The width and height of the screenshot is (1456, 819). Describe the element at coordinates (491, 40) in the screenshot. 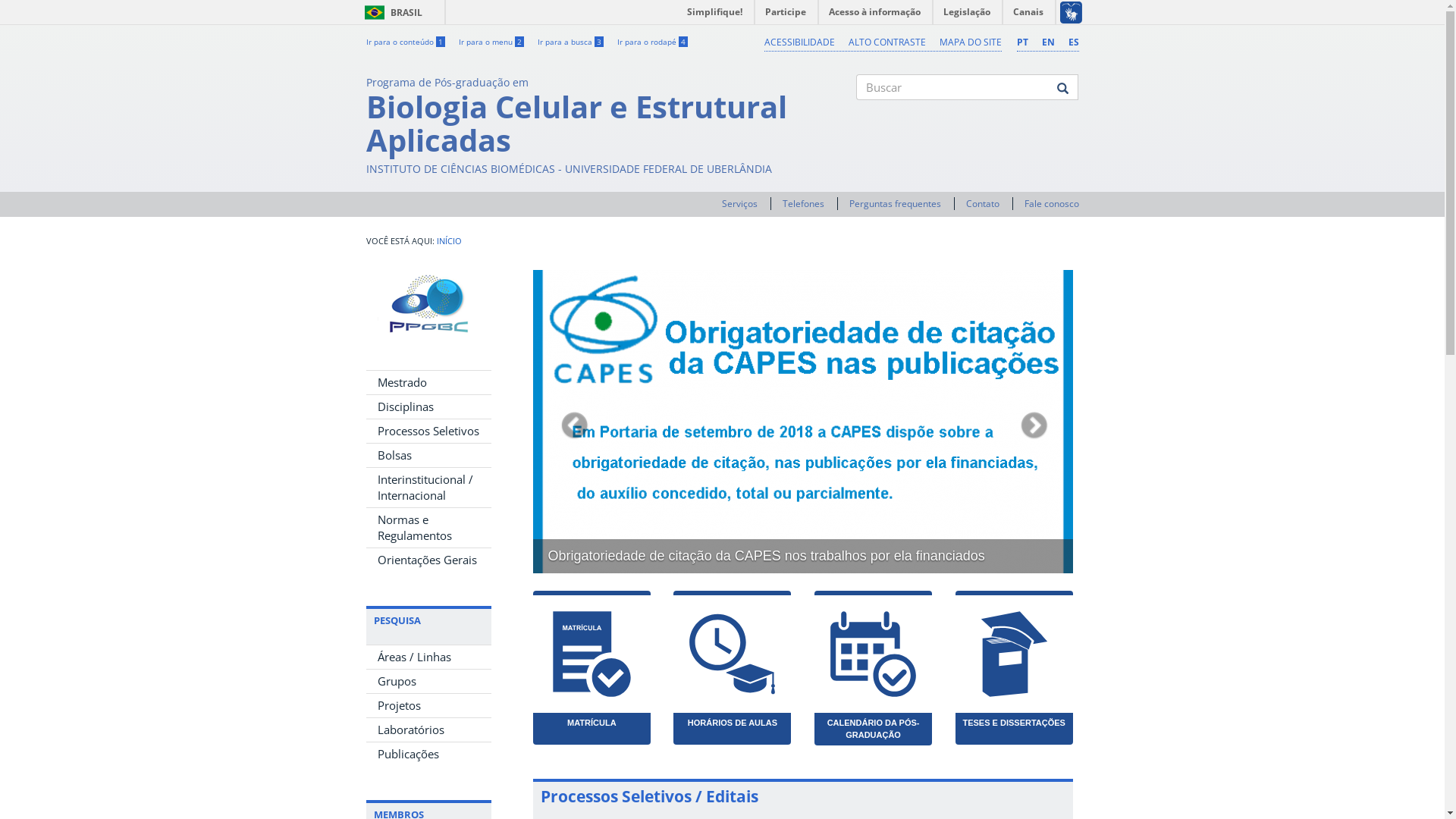

I see `'Ir para o menu 2'` at that location.